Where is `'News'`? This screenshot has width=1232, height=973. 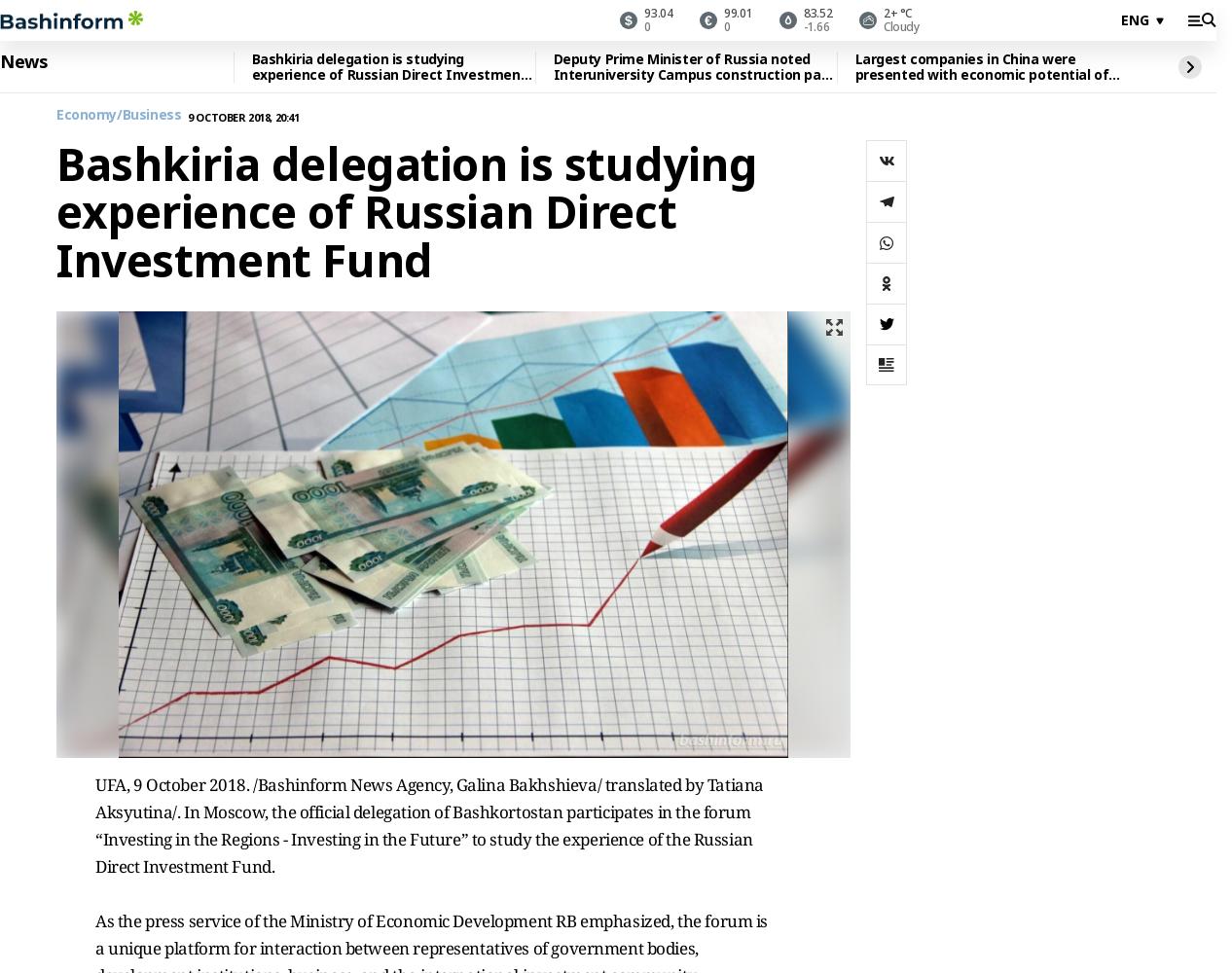
'News' is located at coordinates (22, 60).